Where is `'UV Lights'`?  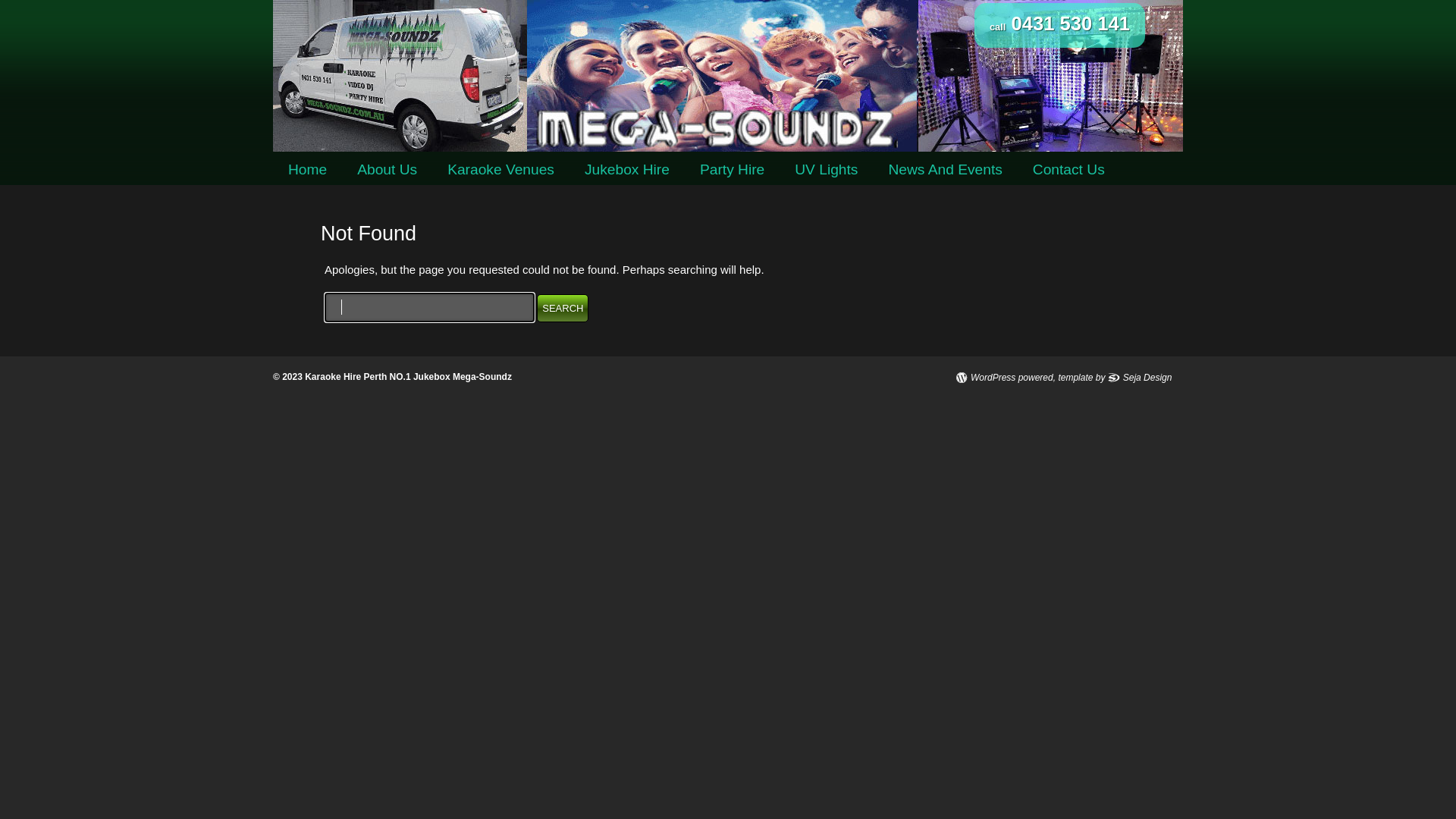
'UV Lights' is located at coordinates (825, 169).